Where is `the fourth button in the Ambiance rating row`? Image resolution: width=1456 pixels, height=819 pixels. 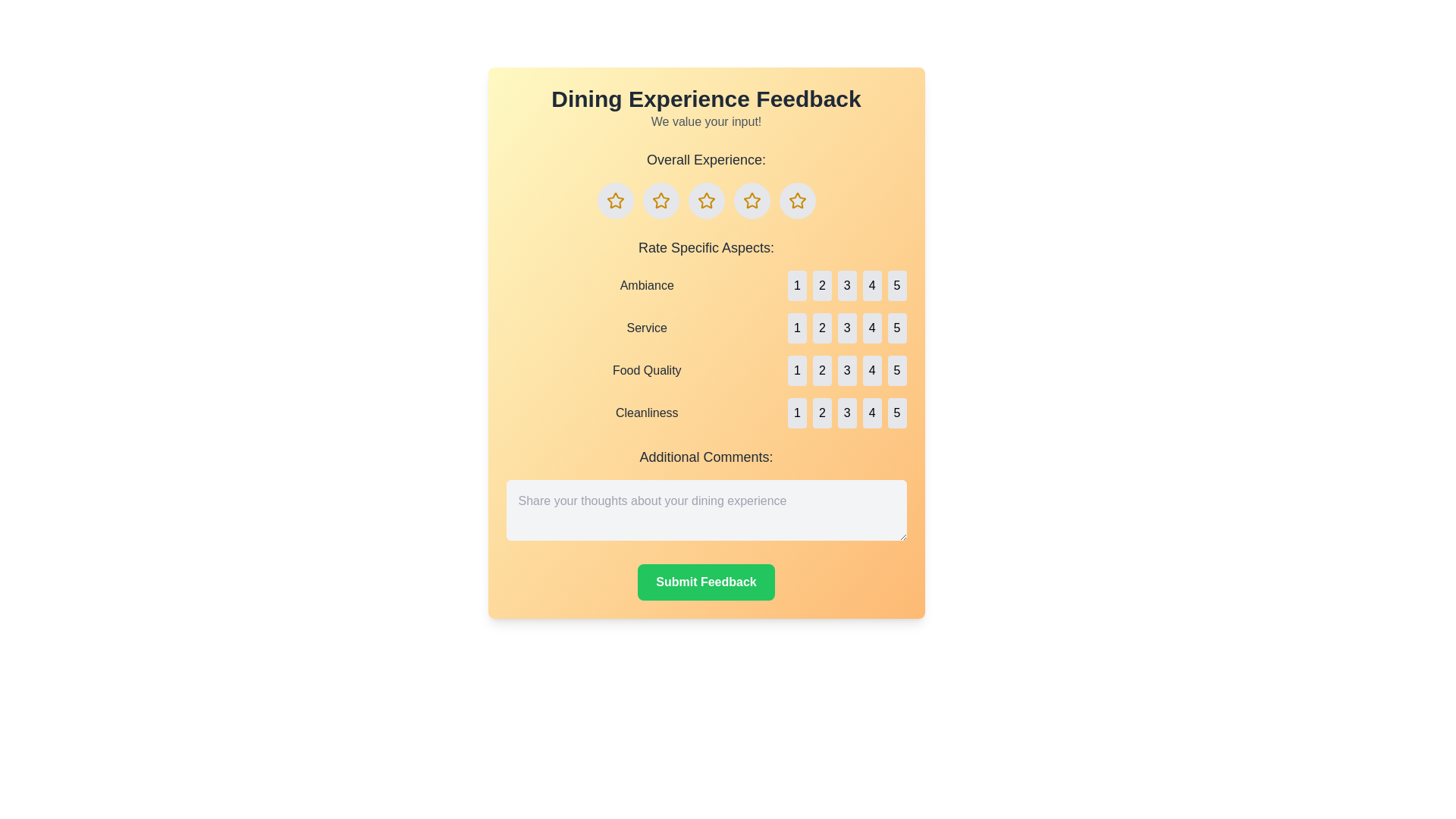 the fourth button in the Ambiance rating row is located at coordinates (872, 286).